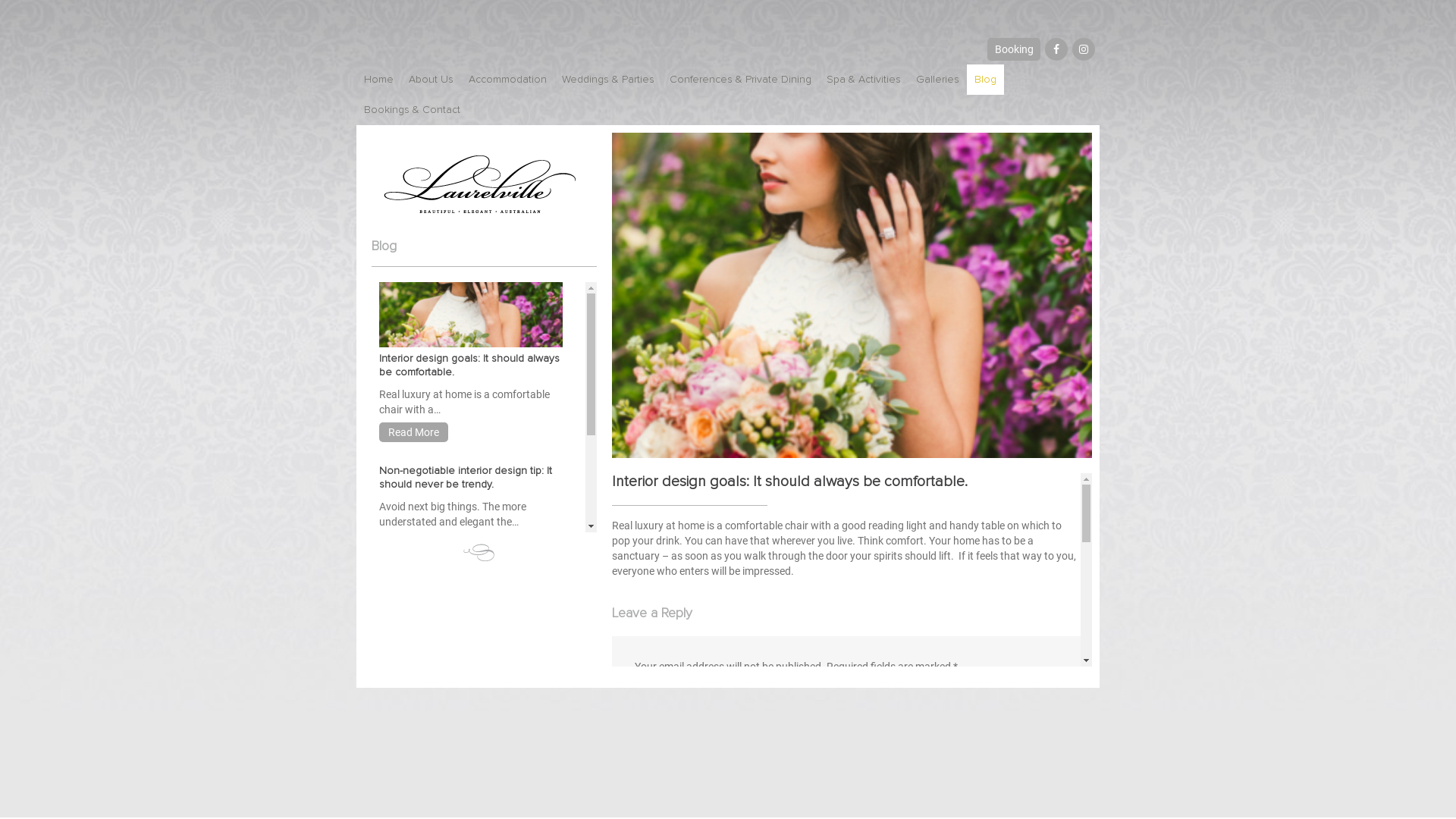 The image size is (1456, 819). I want to click on 'Blog', so click(985, 79).